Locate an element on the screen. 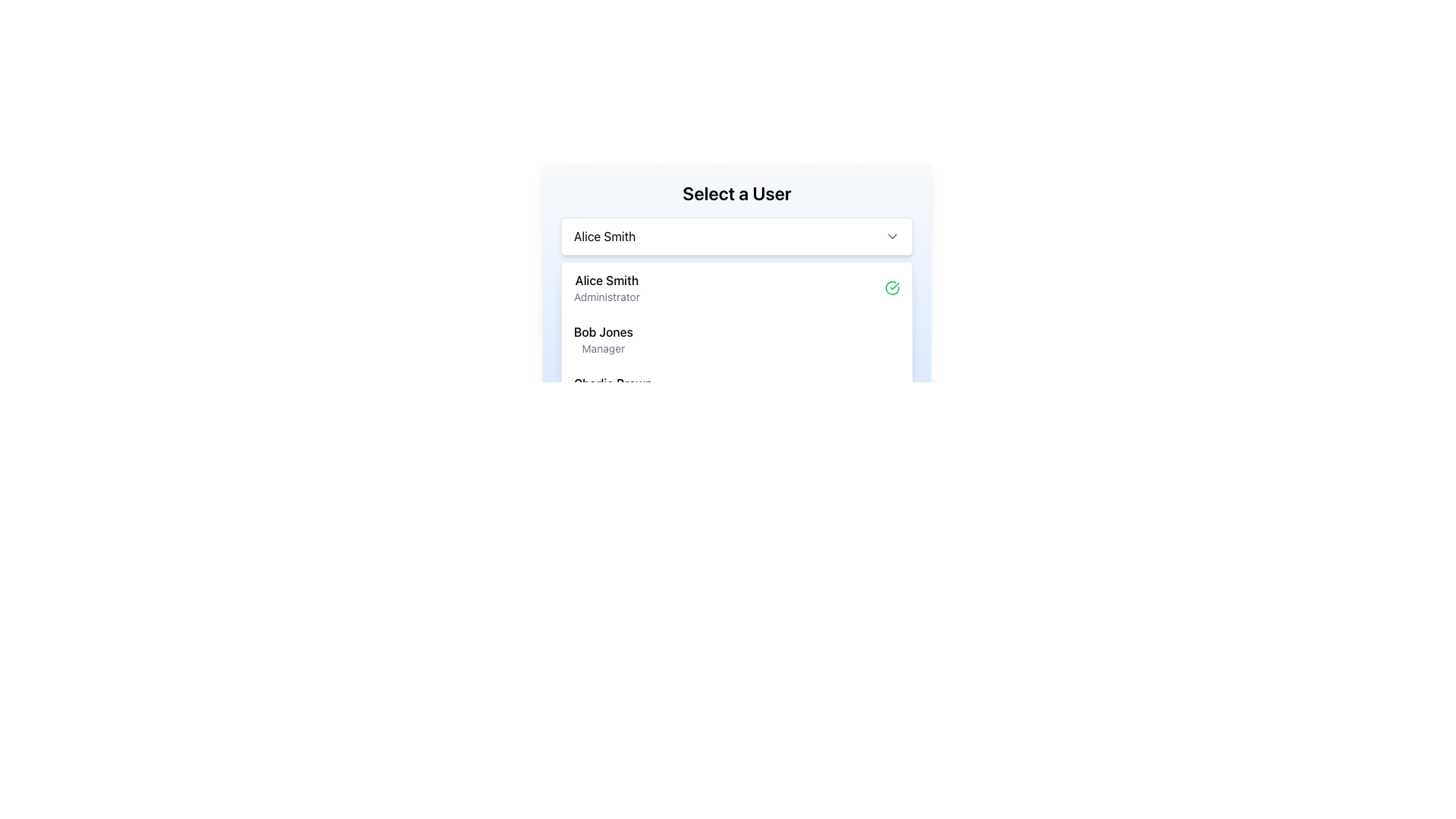 The height and width of the screenshot is (819, 1456). the dropdown option displaying 'Alice Smith' with the subtitle 'Administrator' is located at coordinates (607, 288).